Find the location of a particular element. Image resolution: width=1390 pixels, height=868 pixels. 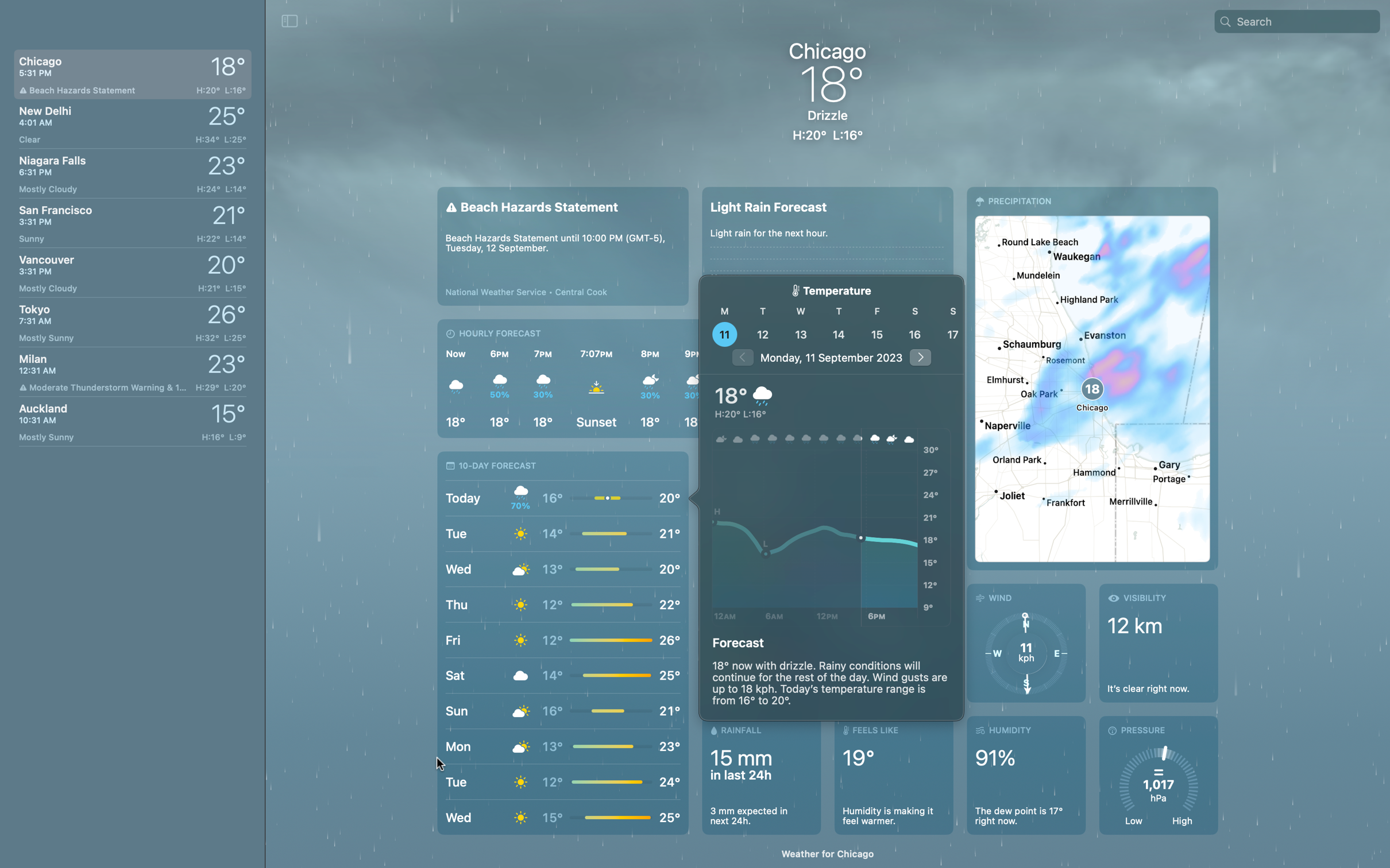

See the weather report in New Delhi is located at coordinates (132, 122).